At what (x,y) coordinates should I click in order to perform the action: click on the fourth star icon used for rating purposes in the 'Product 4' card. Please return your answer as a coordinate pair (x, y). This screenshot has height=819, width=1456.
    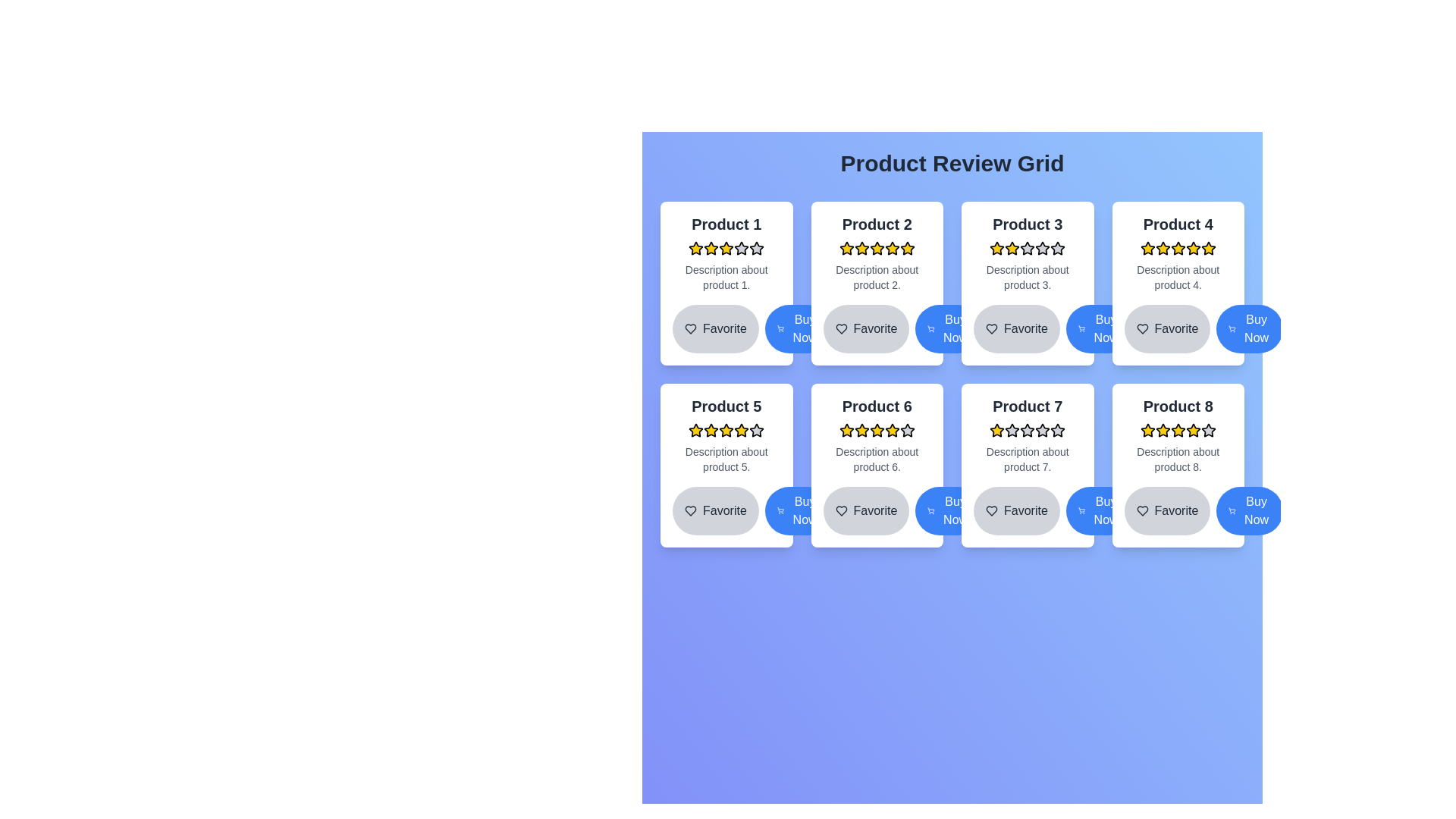
    Looking at the image, I should click on (1177, 247).